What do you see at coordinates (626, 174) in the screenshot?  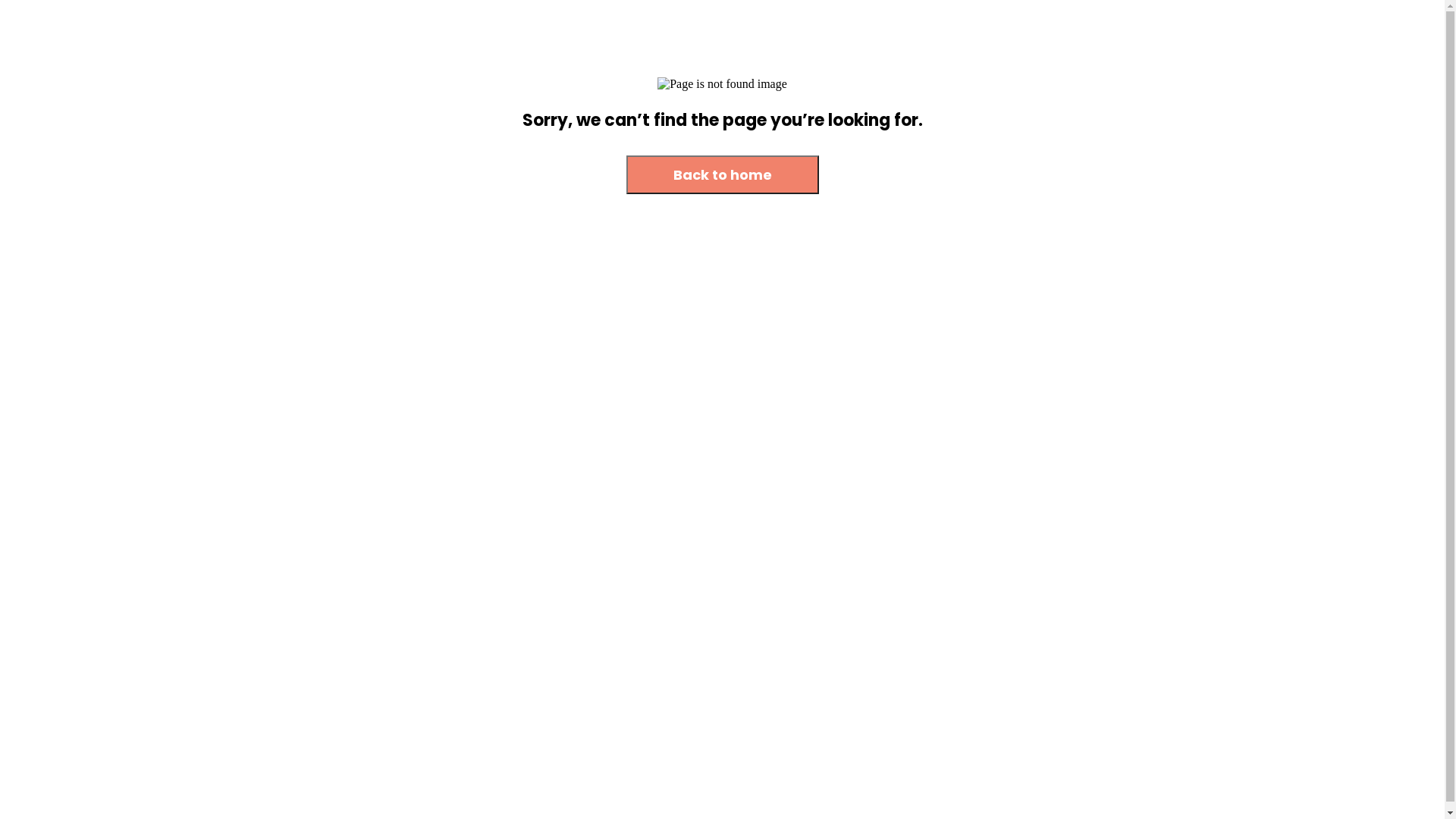 I see `'Back to home'` at bounding box center [626, 174].